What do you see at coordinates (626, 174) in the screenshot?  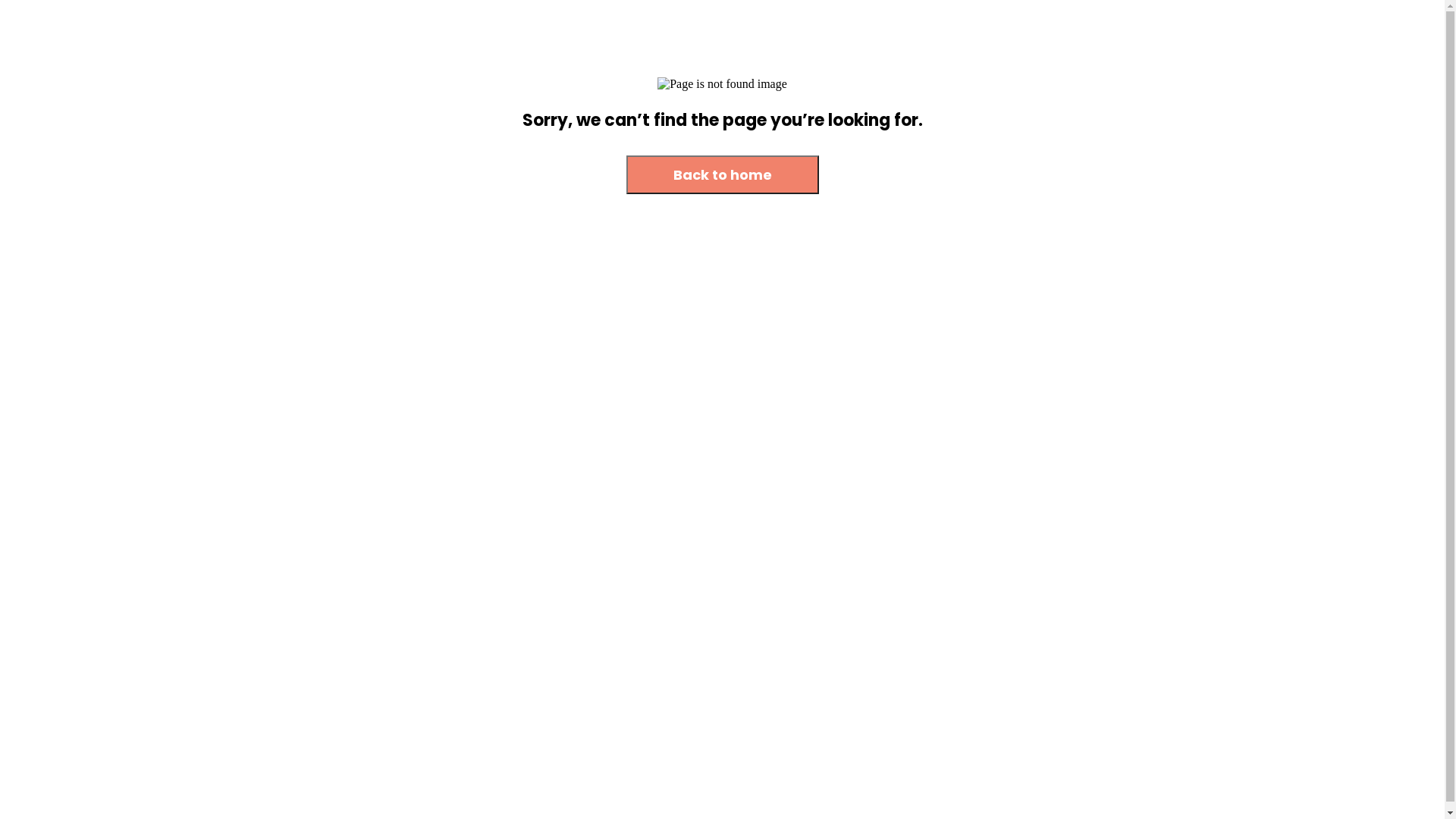 I see `'Back to home'` at bounding box center [626, 174].